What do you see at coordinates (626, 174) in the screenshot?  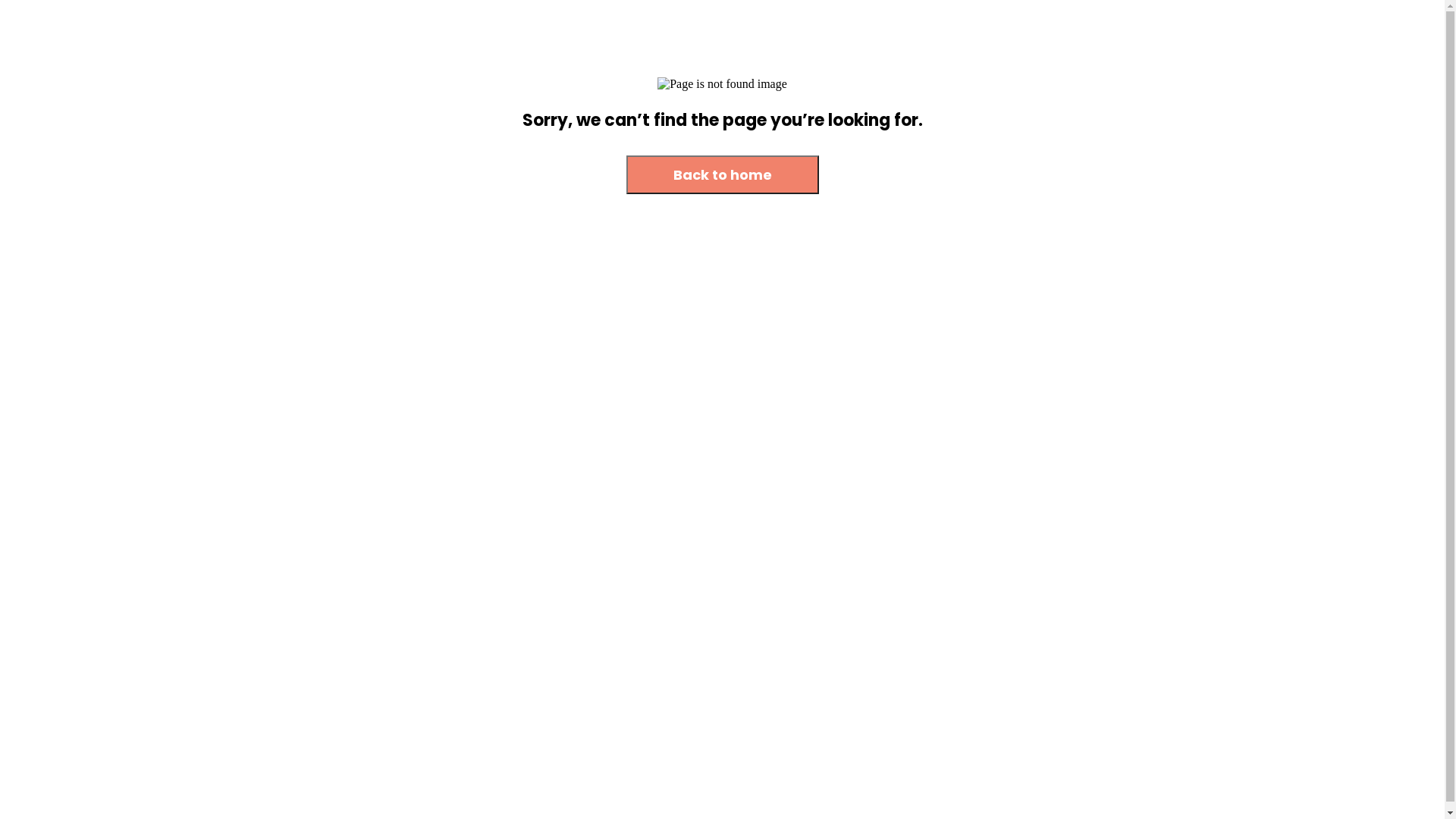 I see `'Back to home'` at bounding box center [626, 174].